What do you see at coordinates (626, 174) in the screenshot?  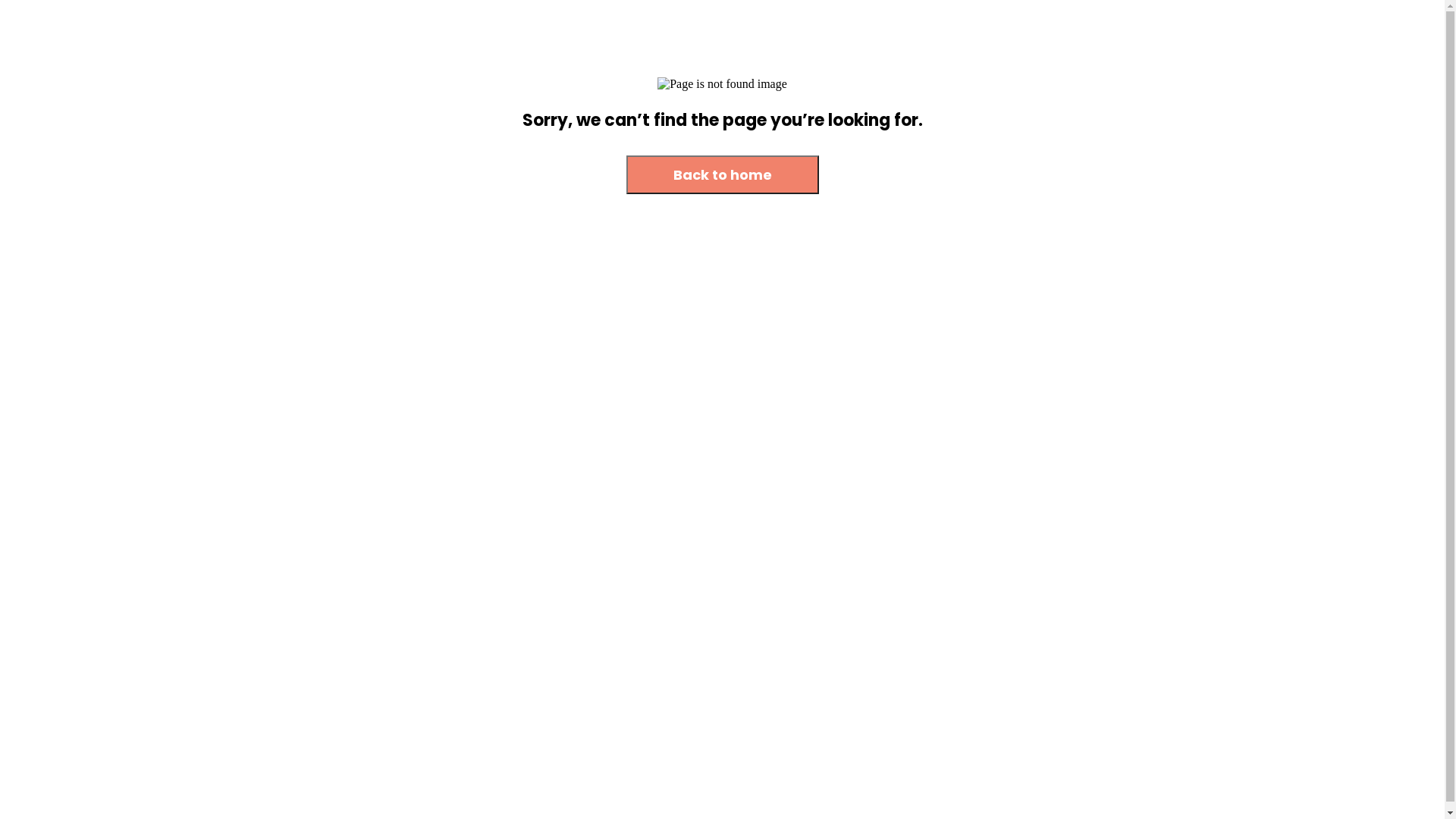 I see `'Back to home'` at bounding box center [626, 174].